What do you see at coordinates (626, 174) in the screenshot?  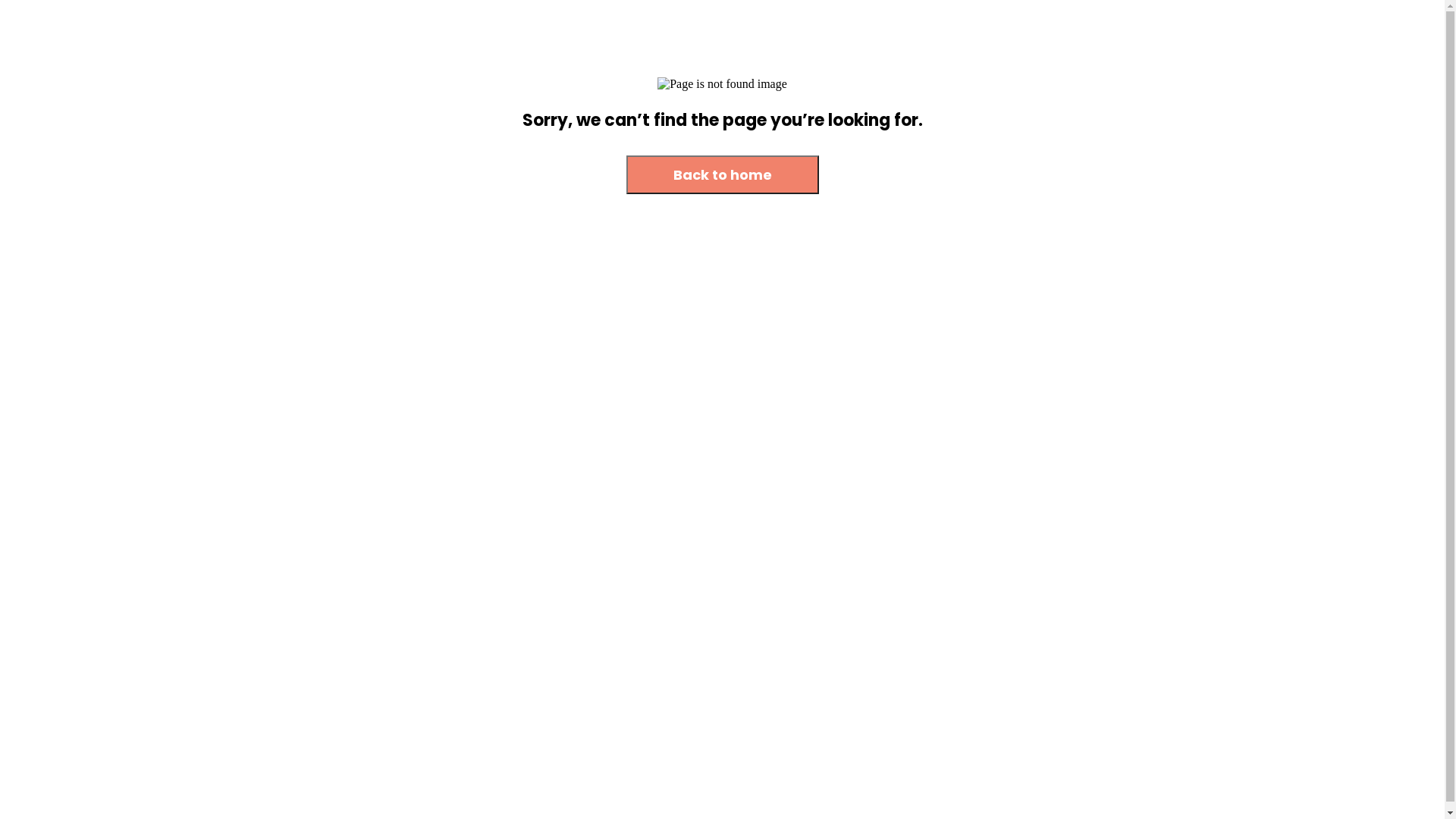 I see `'Back to home'` at bounding box center [626, 174].